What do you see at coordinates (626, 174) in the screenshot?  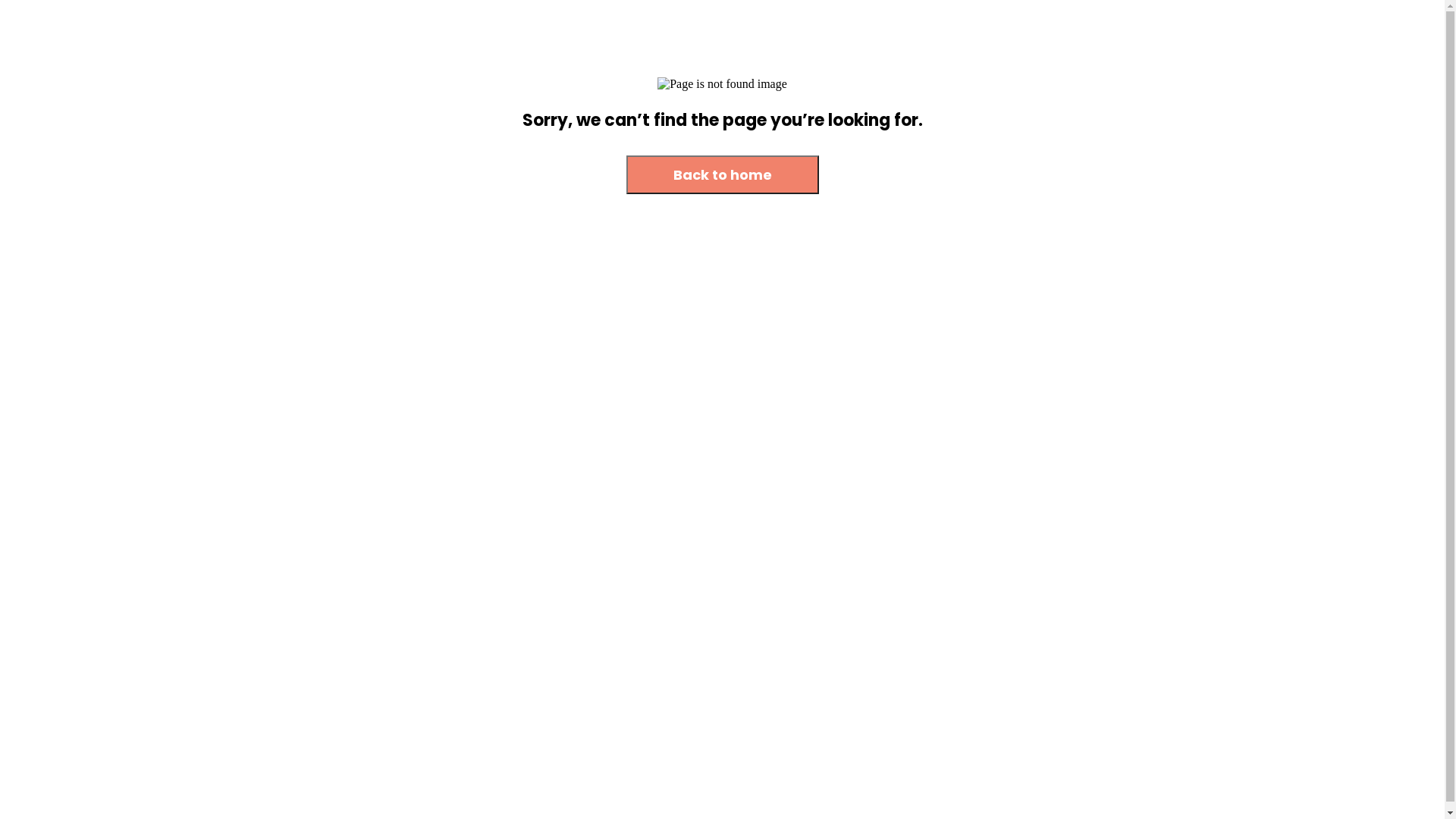 I see `'Back to home'` at bounding box center [626, 174].